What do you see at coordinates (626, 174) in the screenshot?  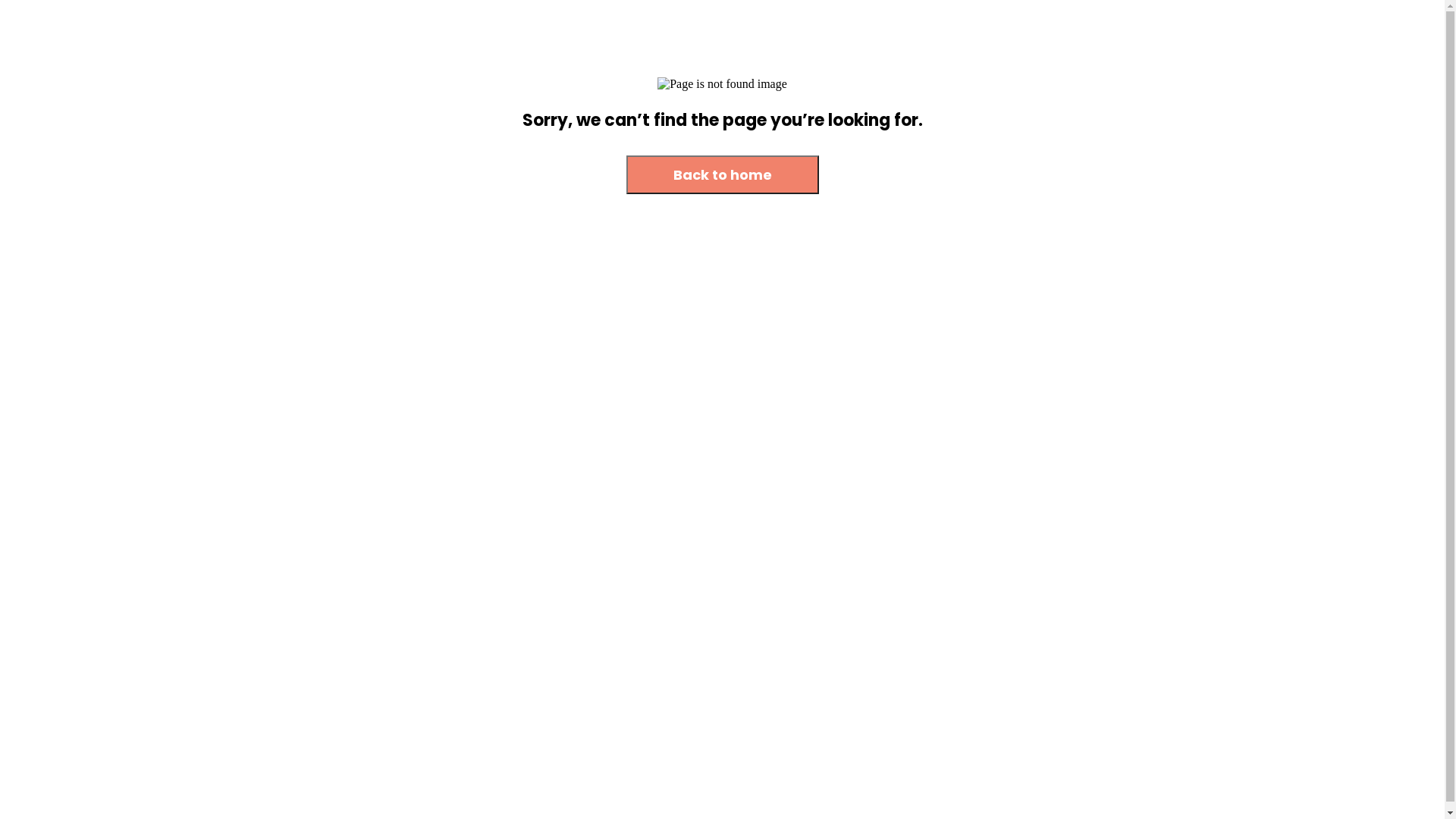 I see `'Back to home'` at bounding box center [626, 174].